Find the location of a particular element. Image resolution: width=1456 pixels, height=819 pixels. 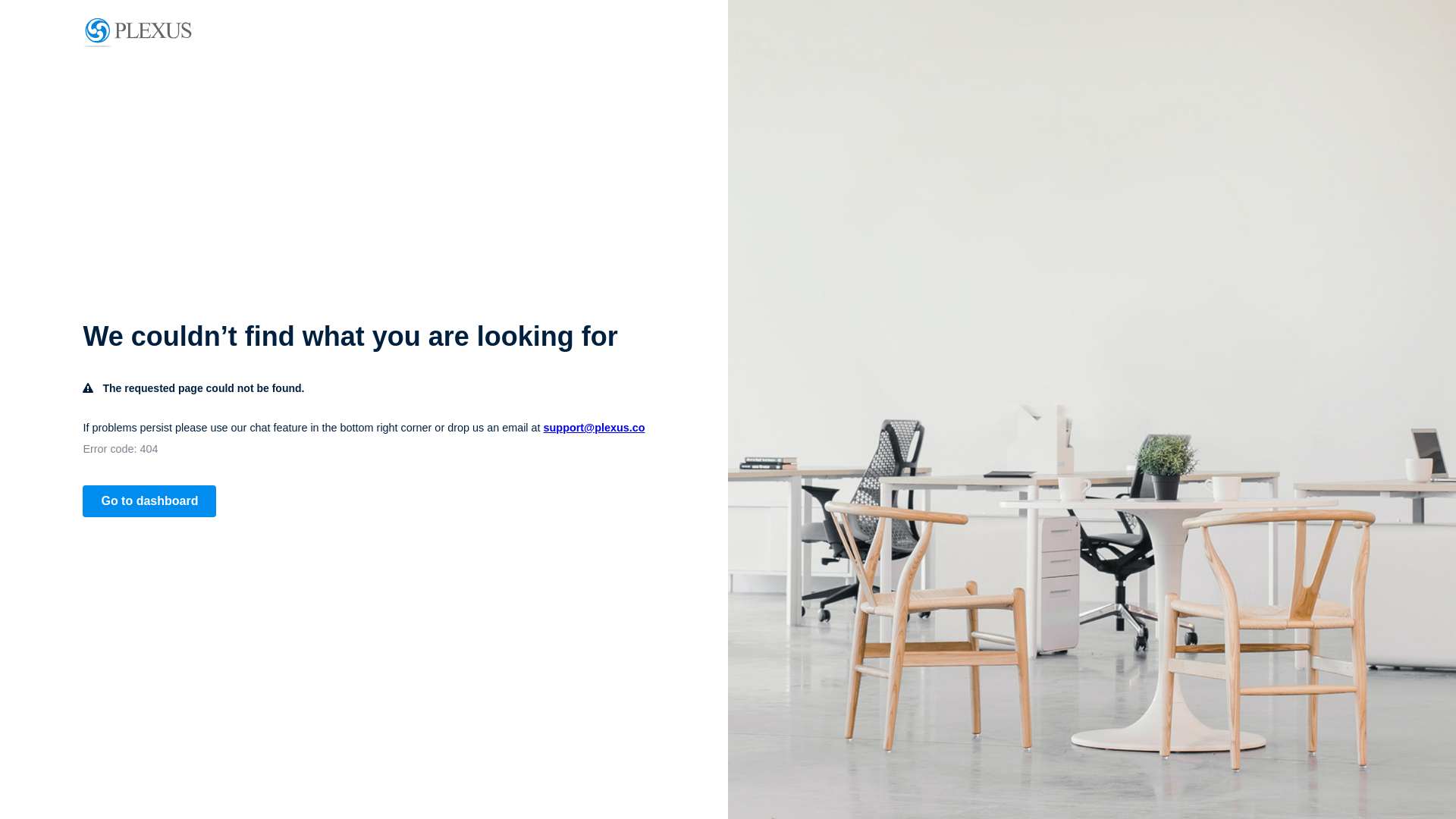

'Go to dashboard' is located at coordinates (149, 500).